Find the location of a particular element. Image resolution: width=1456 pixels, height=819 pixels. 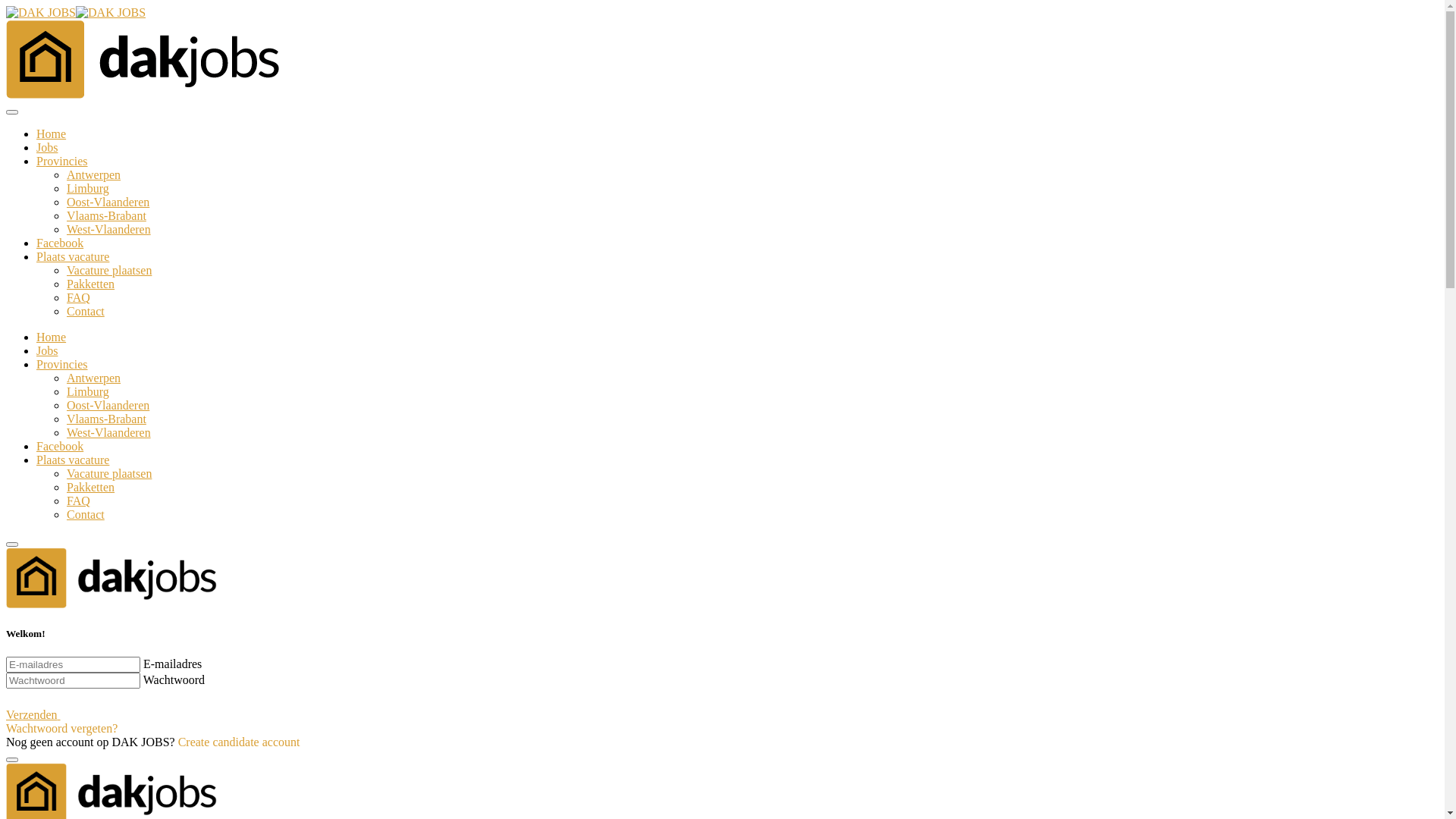

'Create candidate account' is located at coordinates (238, 741).